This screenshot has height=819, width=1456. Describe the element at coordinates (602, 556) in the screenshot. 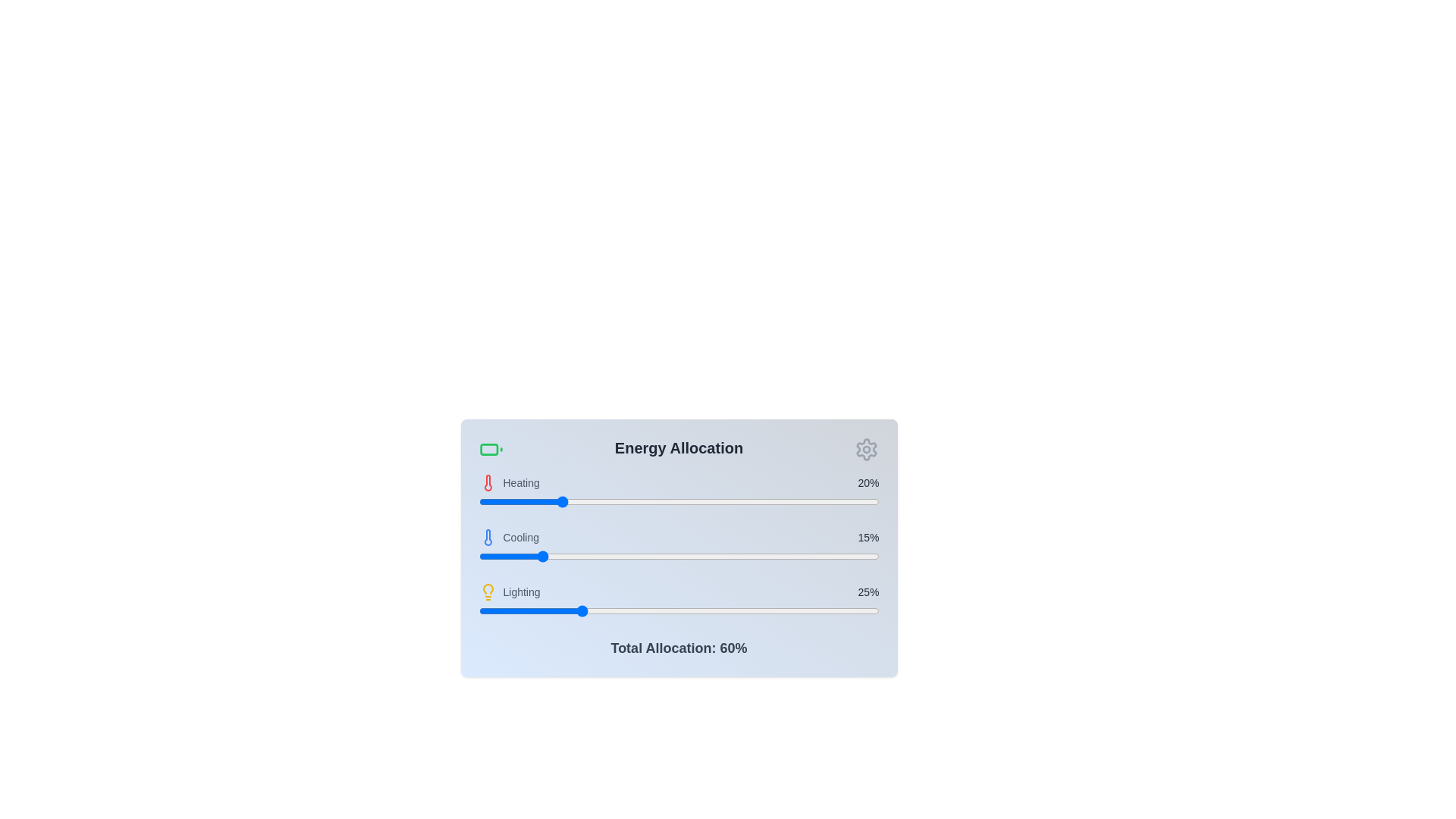

I see `the cooling allocation slider to 31%` at that location.